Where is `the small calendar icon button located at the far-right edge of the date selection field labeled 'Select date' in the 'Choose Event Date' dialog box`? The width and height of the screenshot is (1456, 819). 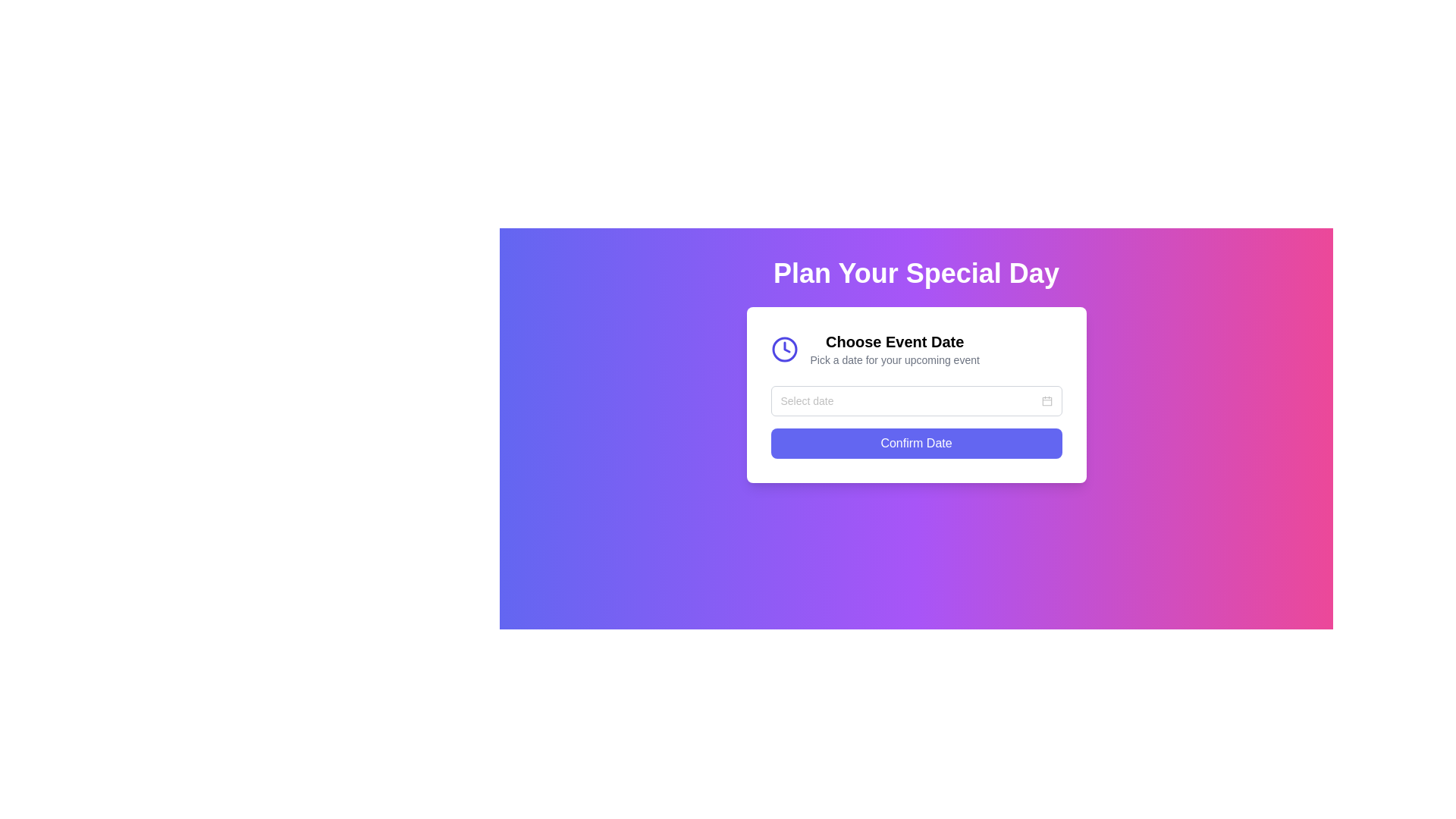 the small calendar icon button located at the far-right edge of the date selection field labeled 'Select date' in the 'Choose Event Date' dialog box is located at coordinates (1046, 400).